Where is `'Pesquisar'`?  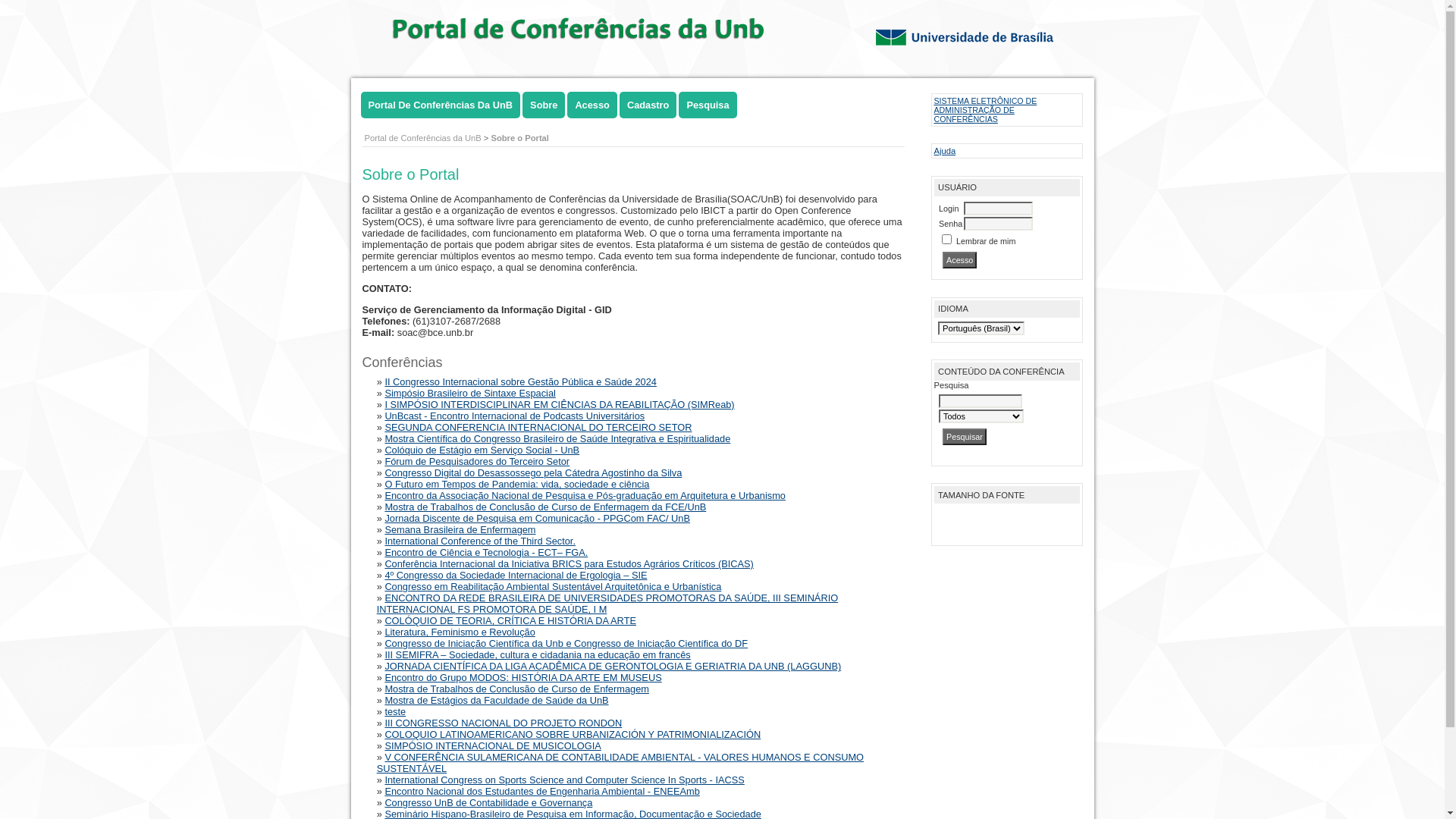 'Pesquisar' is located at coordinates (964, 436).